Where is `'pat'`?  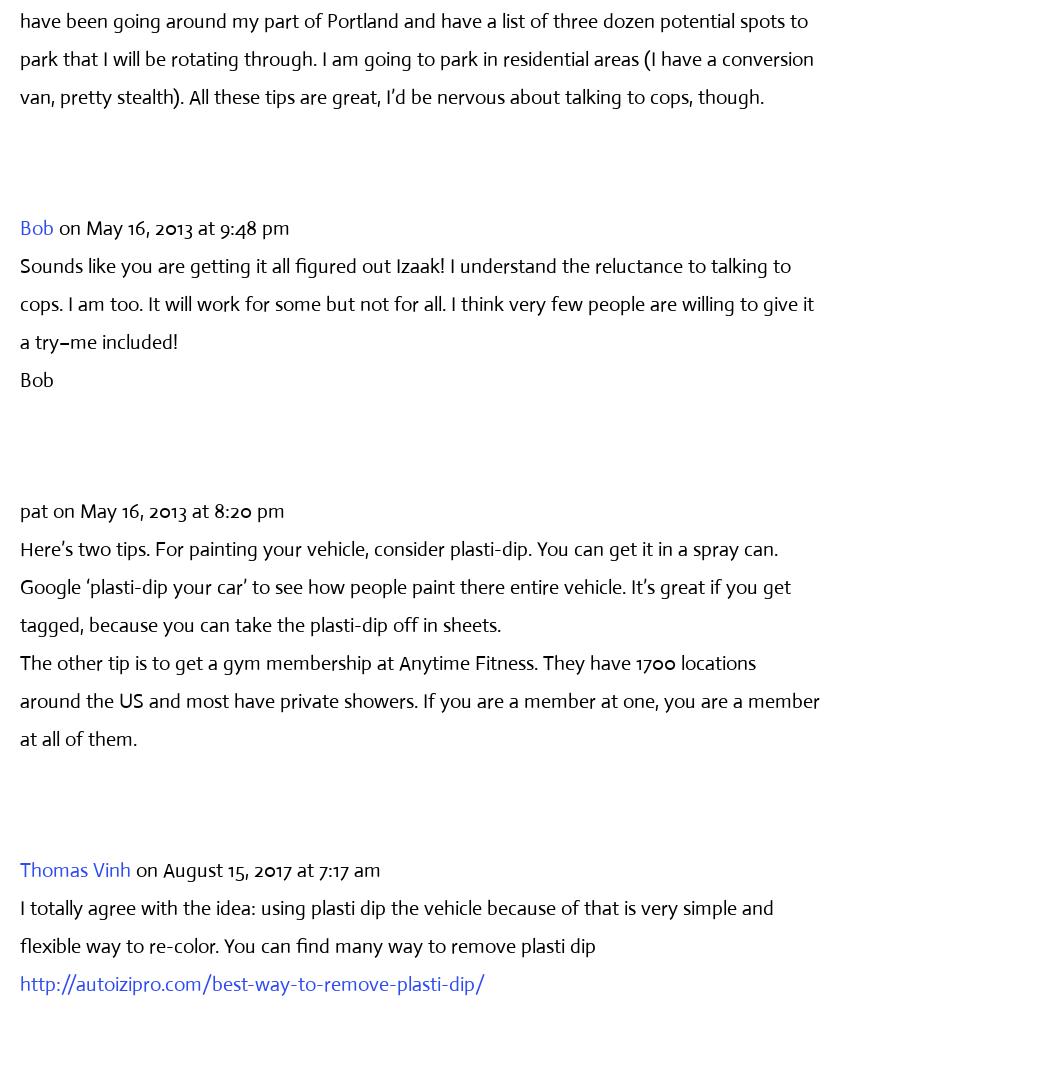 'pat' is located at coordinates (34, 510).